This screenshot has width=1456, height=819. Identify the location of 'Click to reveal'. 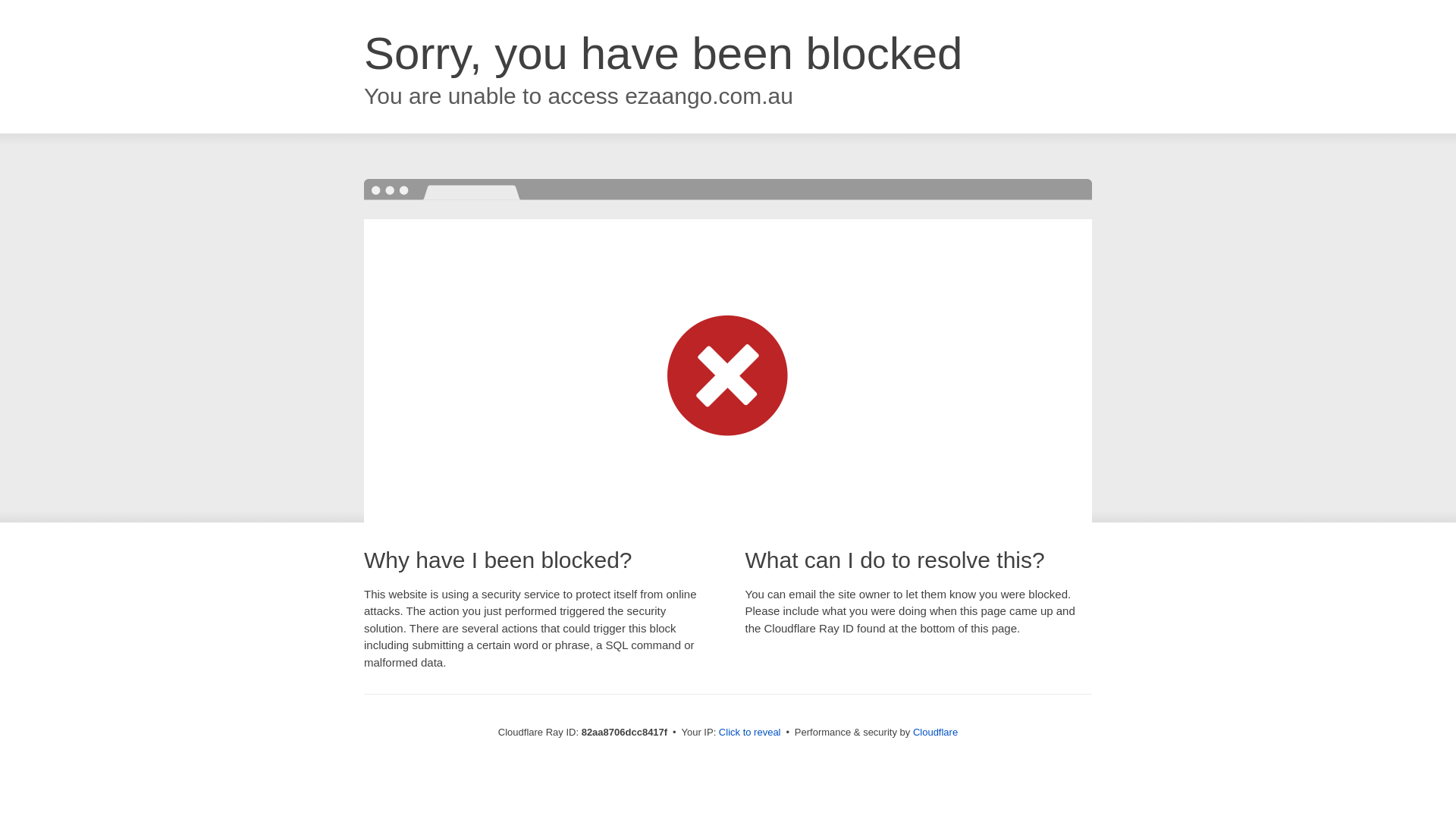
(749, 731).